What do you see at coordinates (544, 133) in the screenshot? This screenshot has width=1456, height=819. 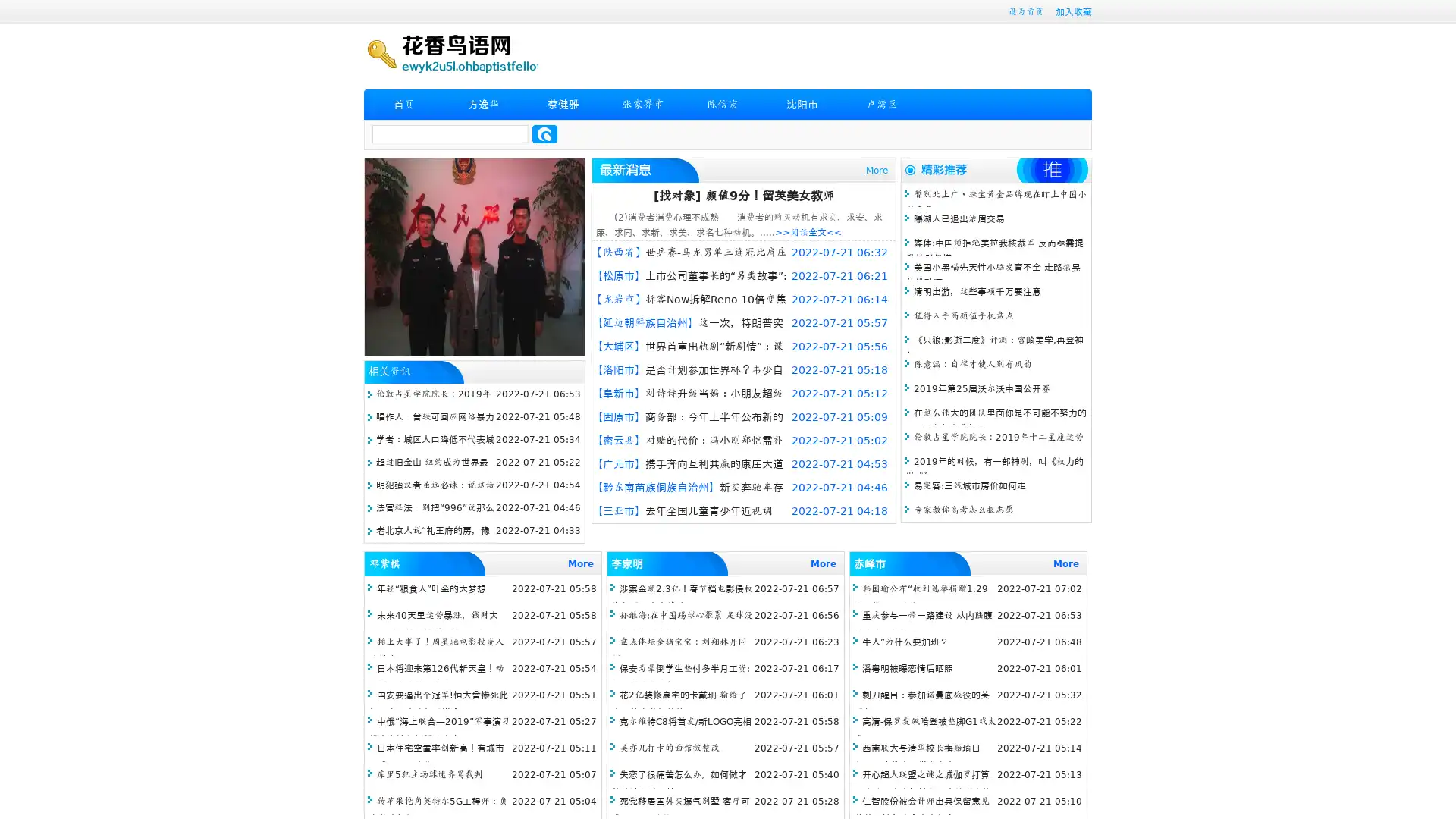 I see `Search` at bounding box center [544, 133].